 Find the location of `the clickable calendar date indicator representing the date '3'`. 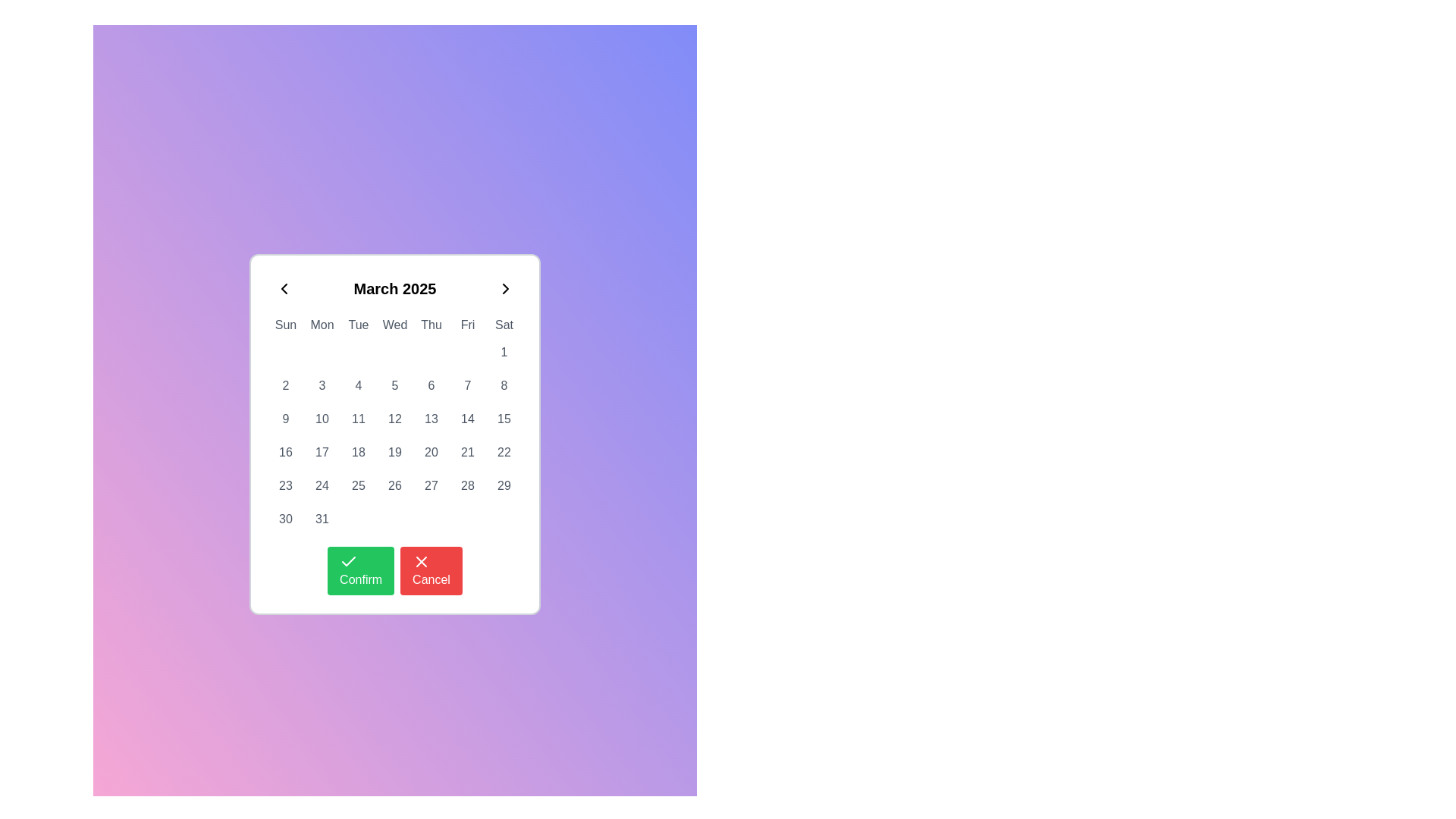

the clickable calendar date indicator representing the date '3' is located at coordinates (322, 385).